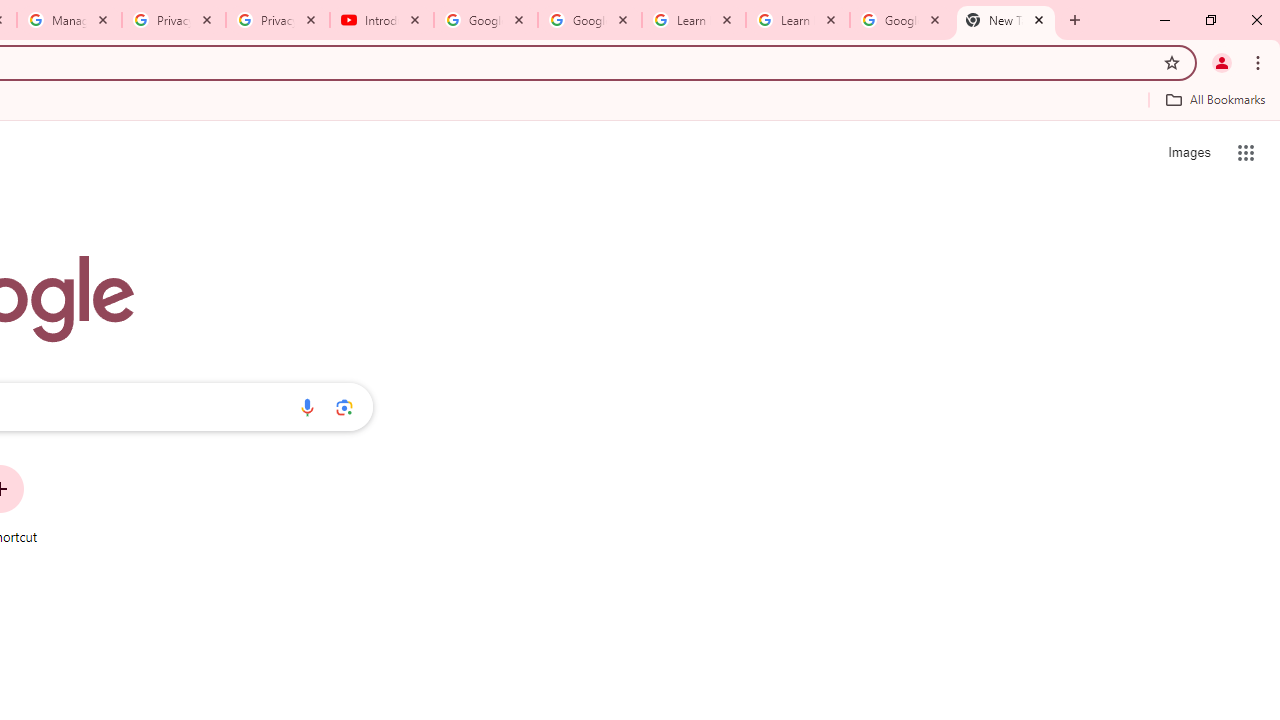  Describe the element at coordinates (1214, 99) in the screenshot. I see `'All Bookmarks'` at that location.